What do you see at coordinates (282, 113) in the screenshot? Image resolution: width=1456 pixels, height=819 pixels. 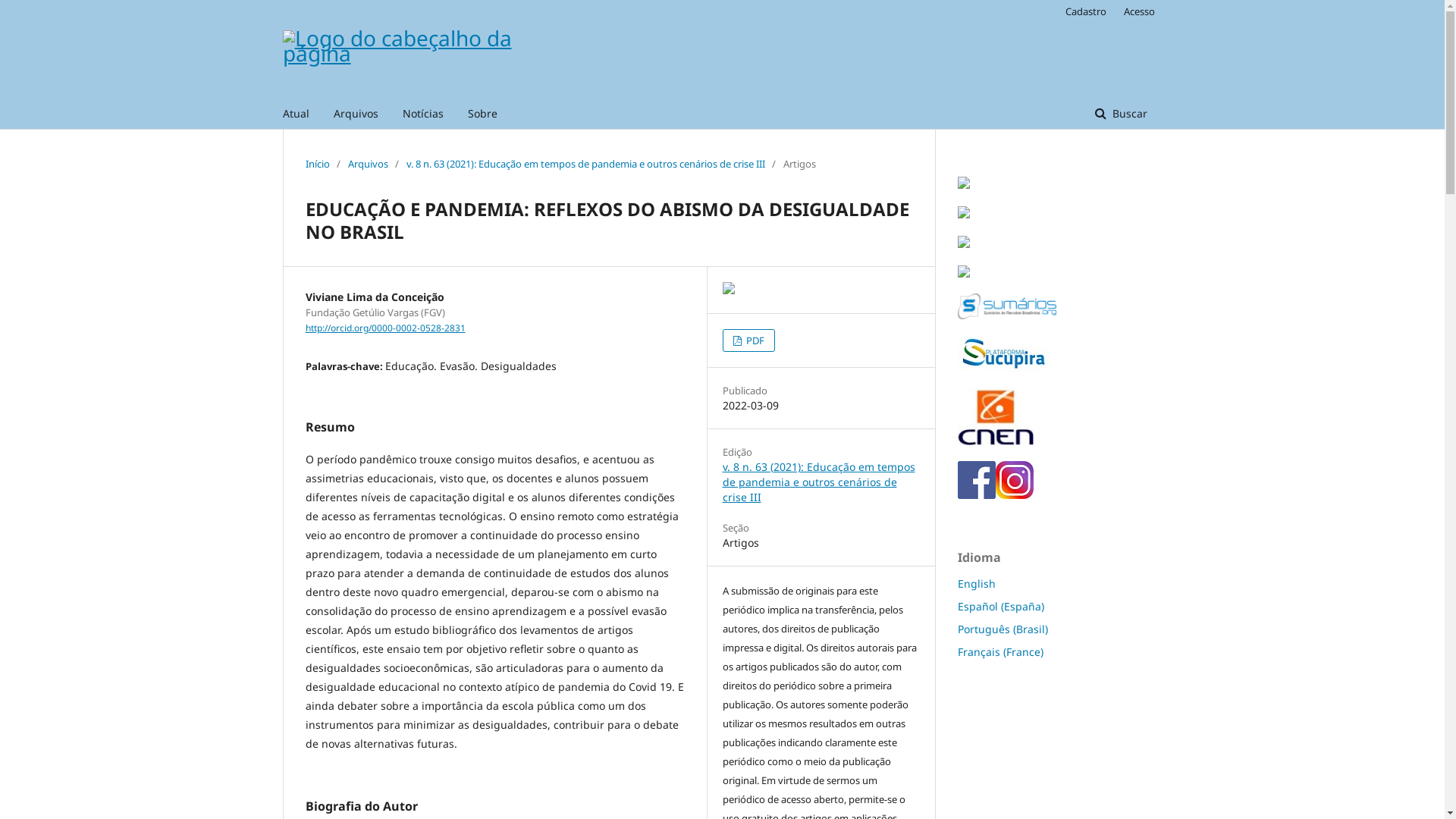 I see `'Atual'` at bounding box center [282, 113].